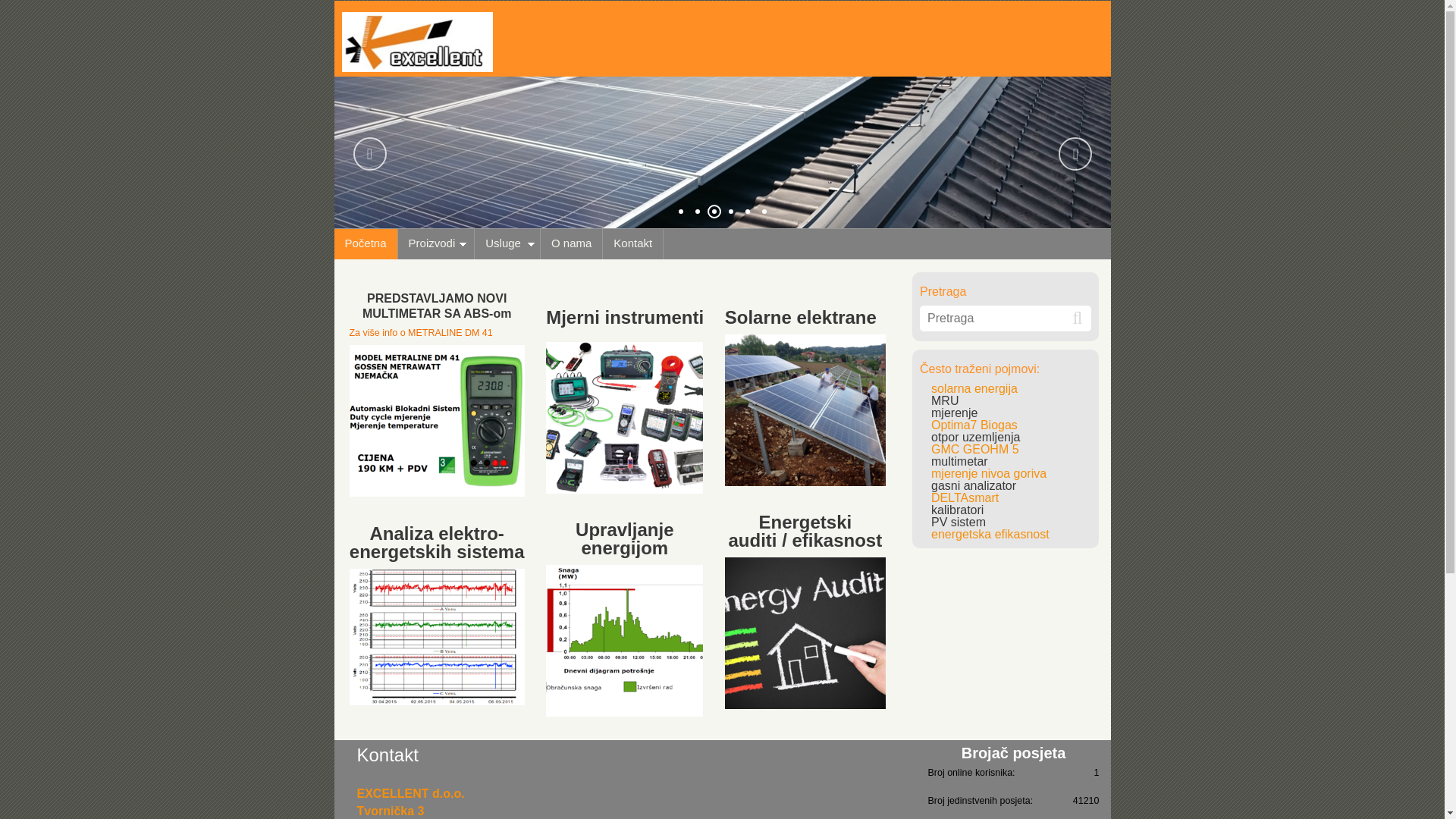 Image resolution: width=1456 pixels, height=819 pixels. Describe the element at coordinates (944, 400) in the screenshot. I see `'MRU'` at that location.